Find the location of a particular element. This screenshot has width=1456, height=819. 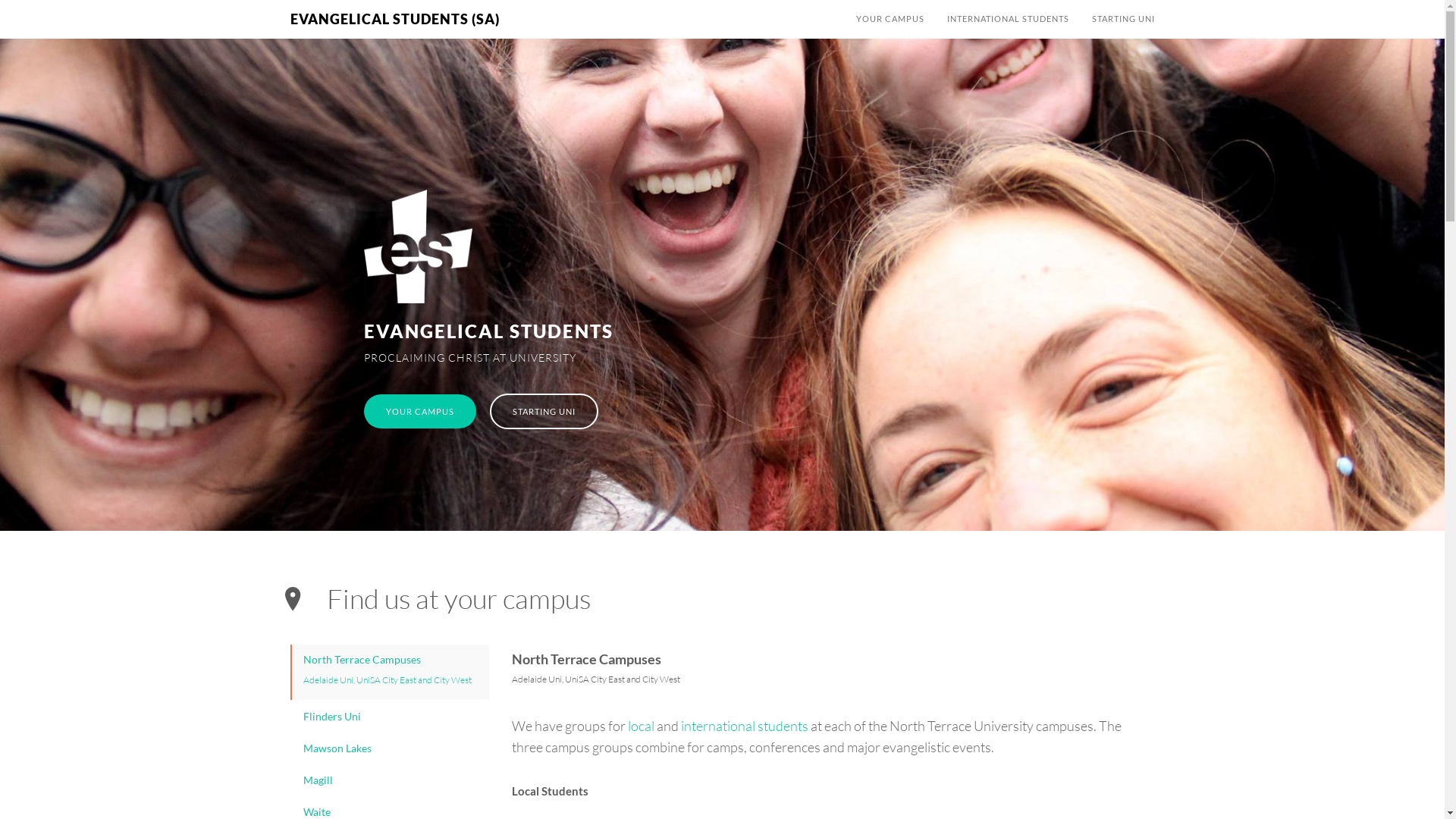

'local' is located at coordinates (641, 724).